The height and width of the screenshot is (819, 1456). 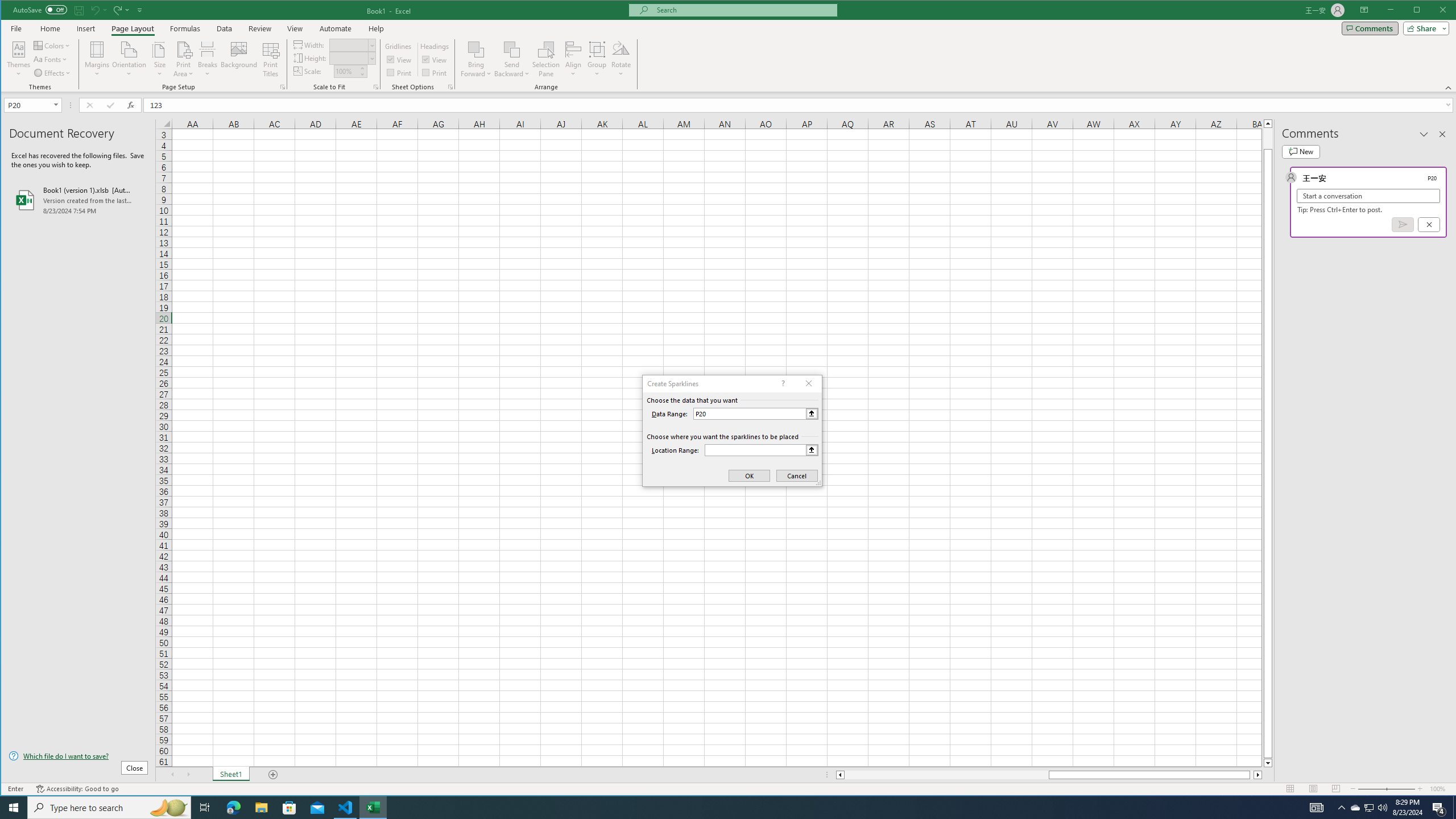 I want to click on 'Page up', so click(x=1268, y=138).